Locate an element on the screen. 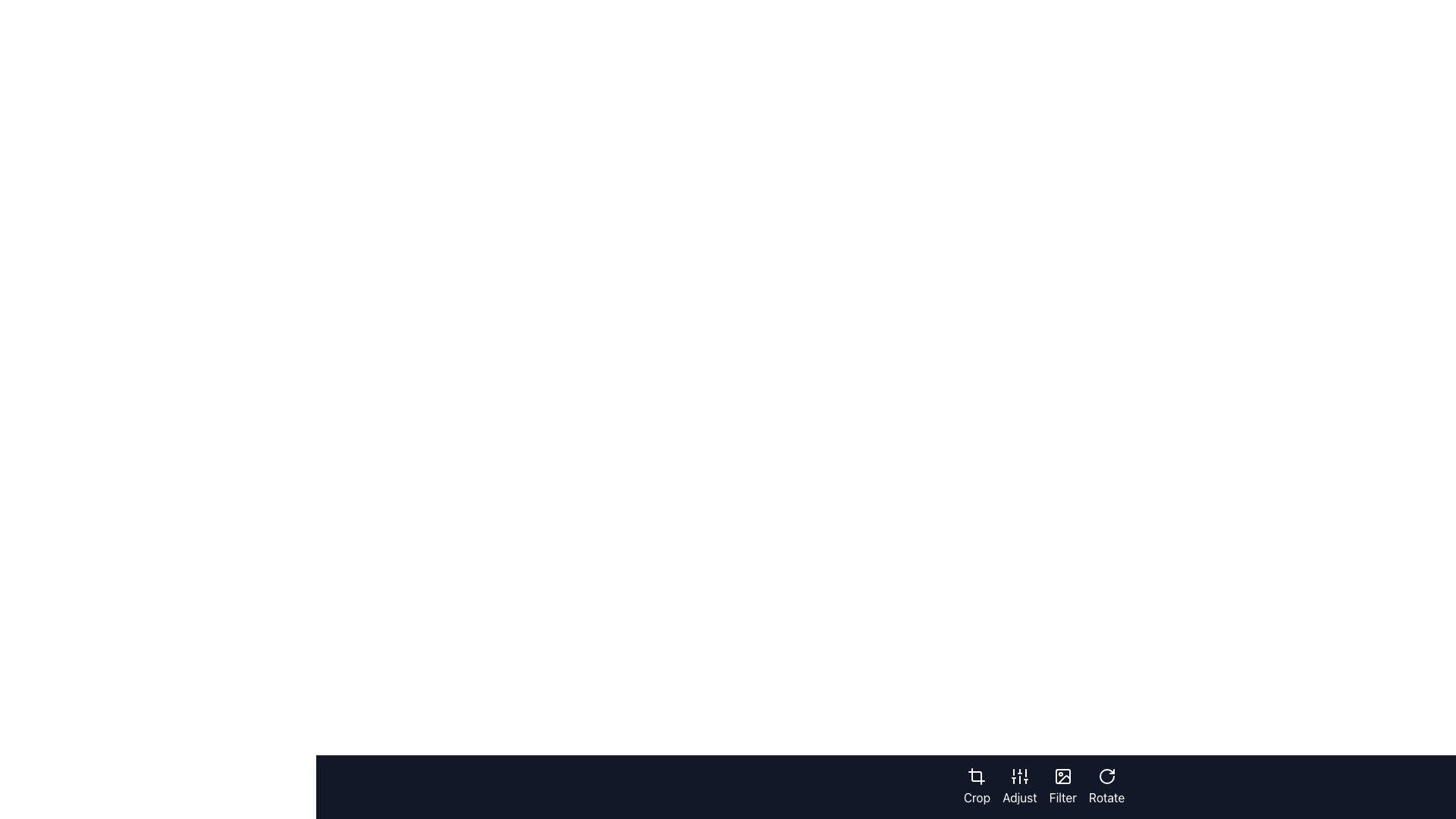 The image size is (1456, 819). the crop icon located above the text 'Crop' in the vertical group of controls at the bottom center of the interface is located at coordinates (976, 776).